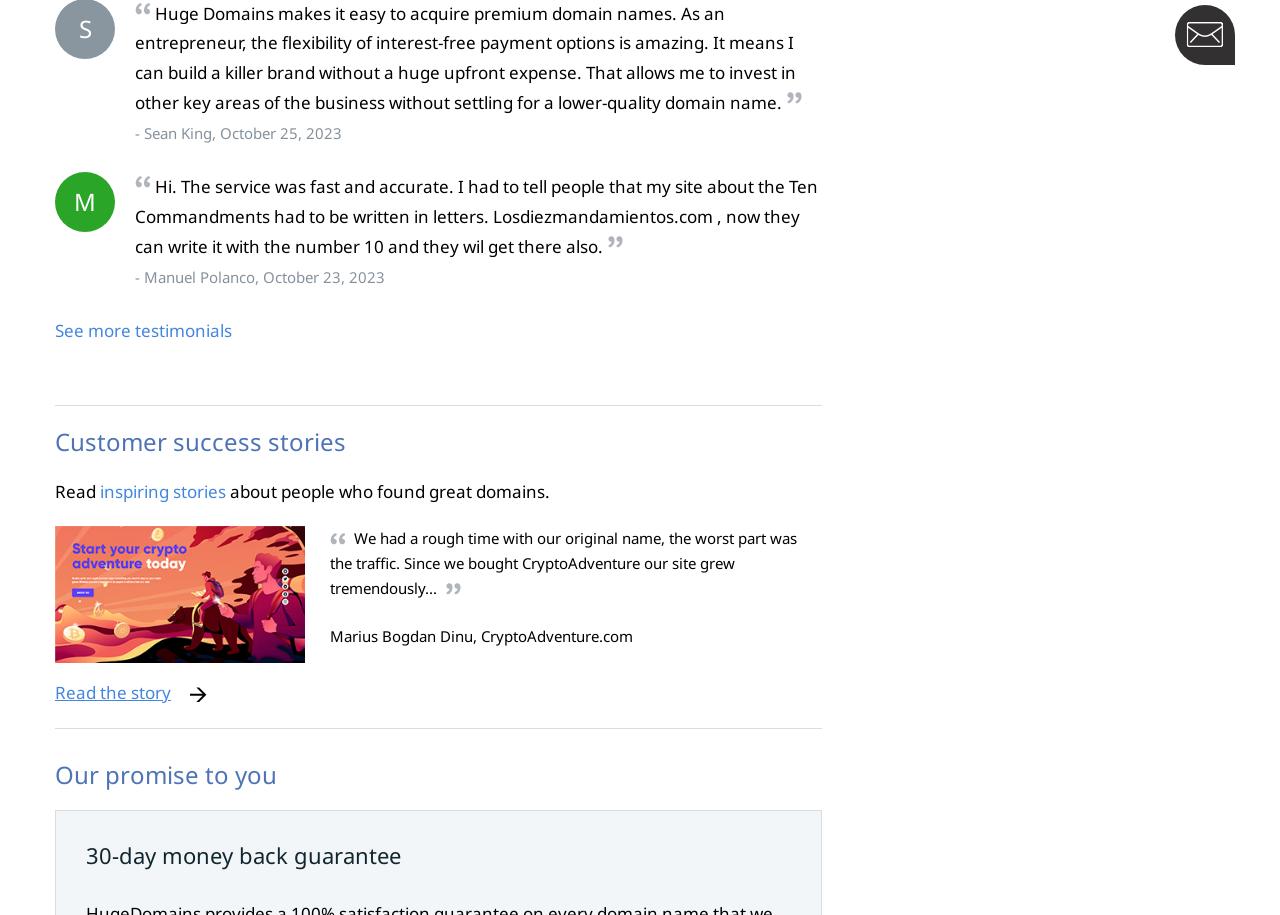 The height and width of the screenshot is (915, 1280). I want to click on 'Our promise to you', so click(166, 772).